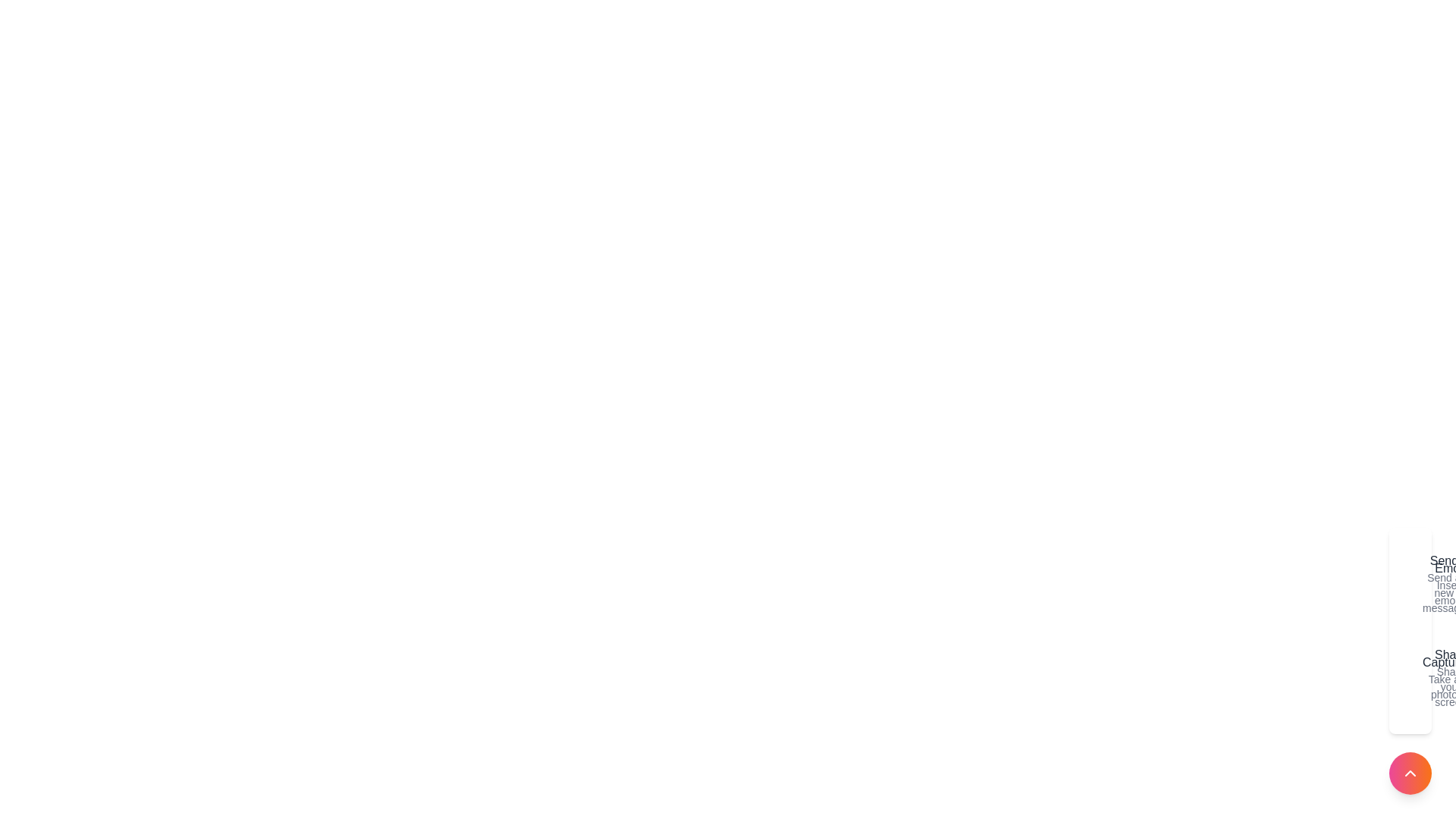 The height and width of the screenshot is (819, 1456). I want to click on the button at the bottom-right corner to toggle the menu visibility, so click(1410, 773).